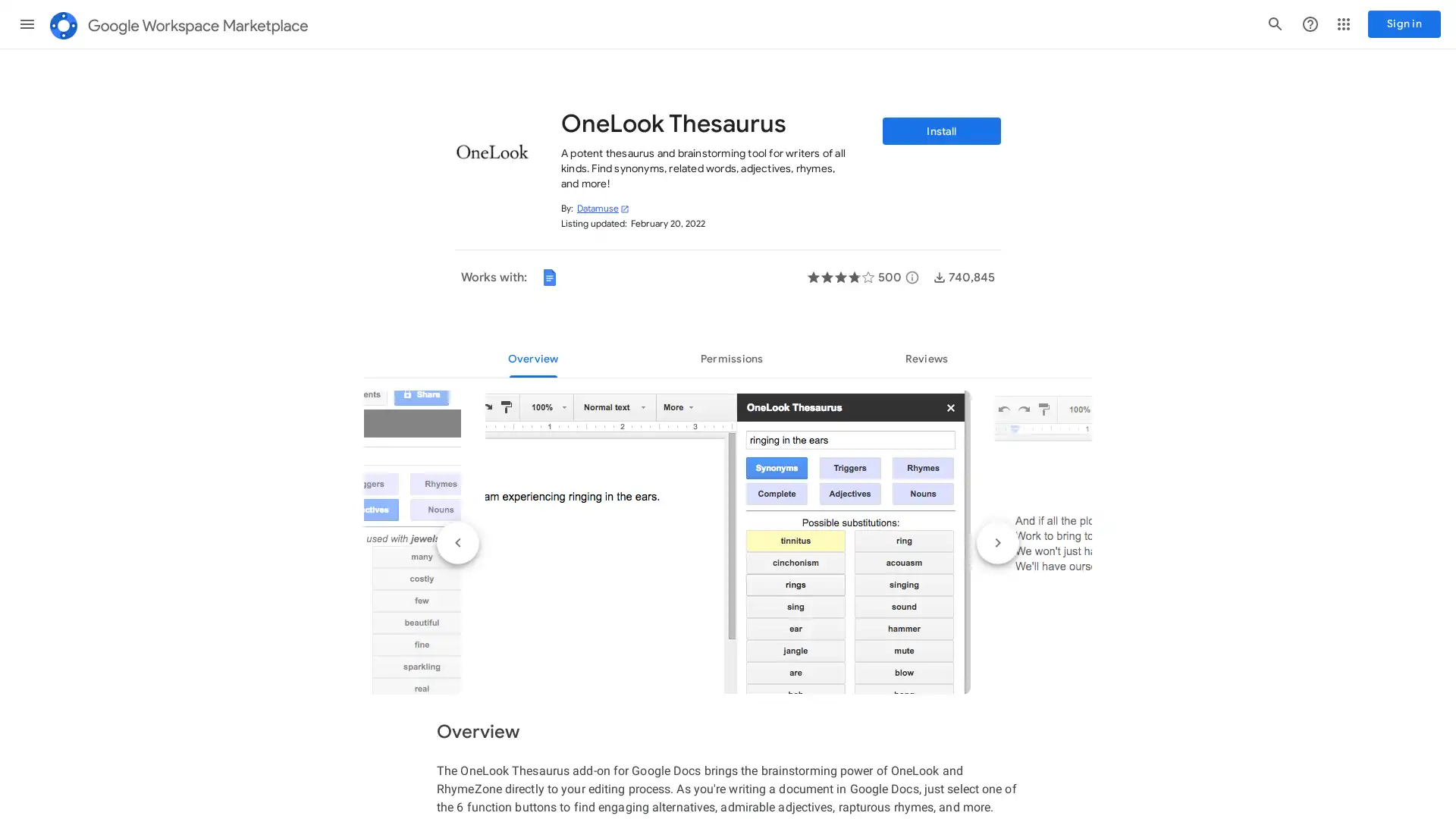  I want to click on Support, so click(1287, 24).